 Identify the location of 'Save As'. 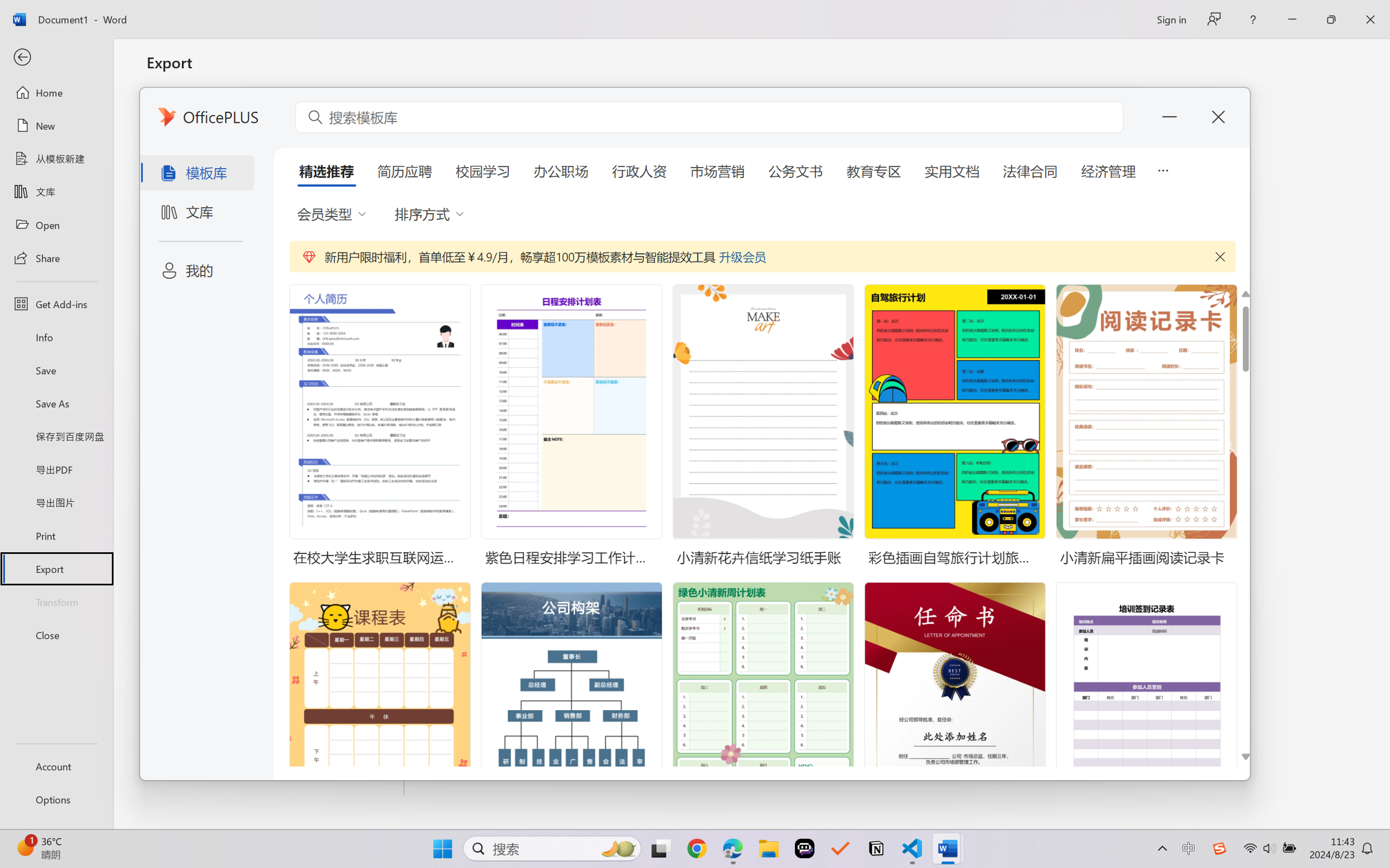
(56, 403).